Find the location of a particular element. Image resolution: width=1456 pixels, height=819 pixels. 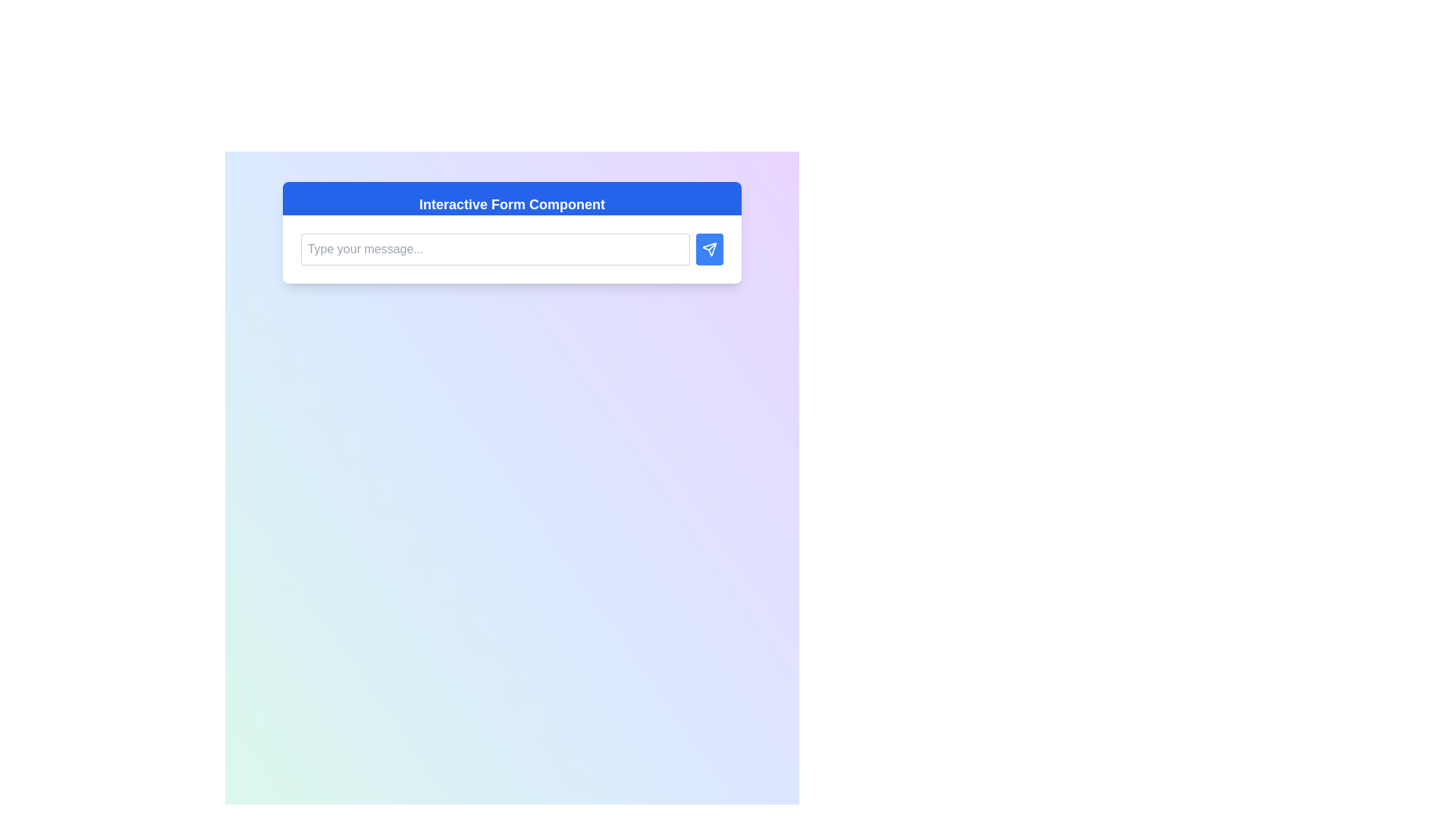

the paper airplane icon located at the far right of the rounded button in the user input area below the 'Interactive Form Component' header is located at coordinates (709, 248).